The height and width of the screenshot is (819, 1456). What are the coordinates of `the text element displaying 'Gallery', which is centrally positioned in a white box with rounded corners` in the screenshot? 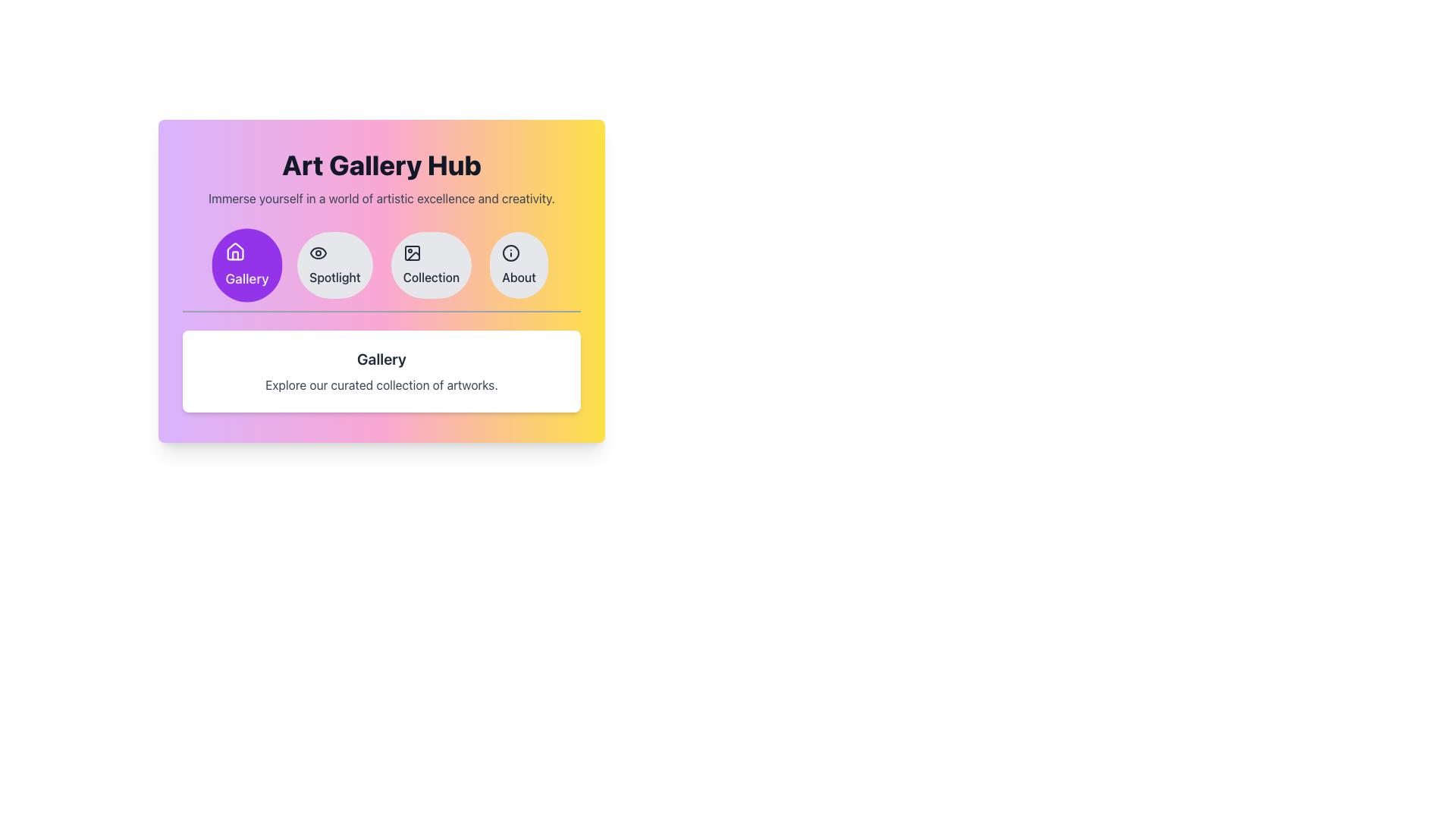 It's located at (381, 359).